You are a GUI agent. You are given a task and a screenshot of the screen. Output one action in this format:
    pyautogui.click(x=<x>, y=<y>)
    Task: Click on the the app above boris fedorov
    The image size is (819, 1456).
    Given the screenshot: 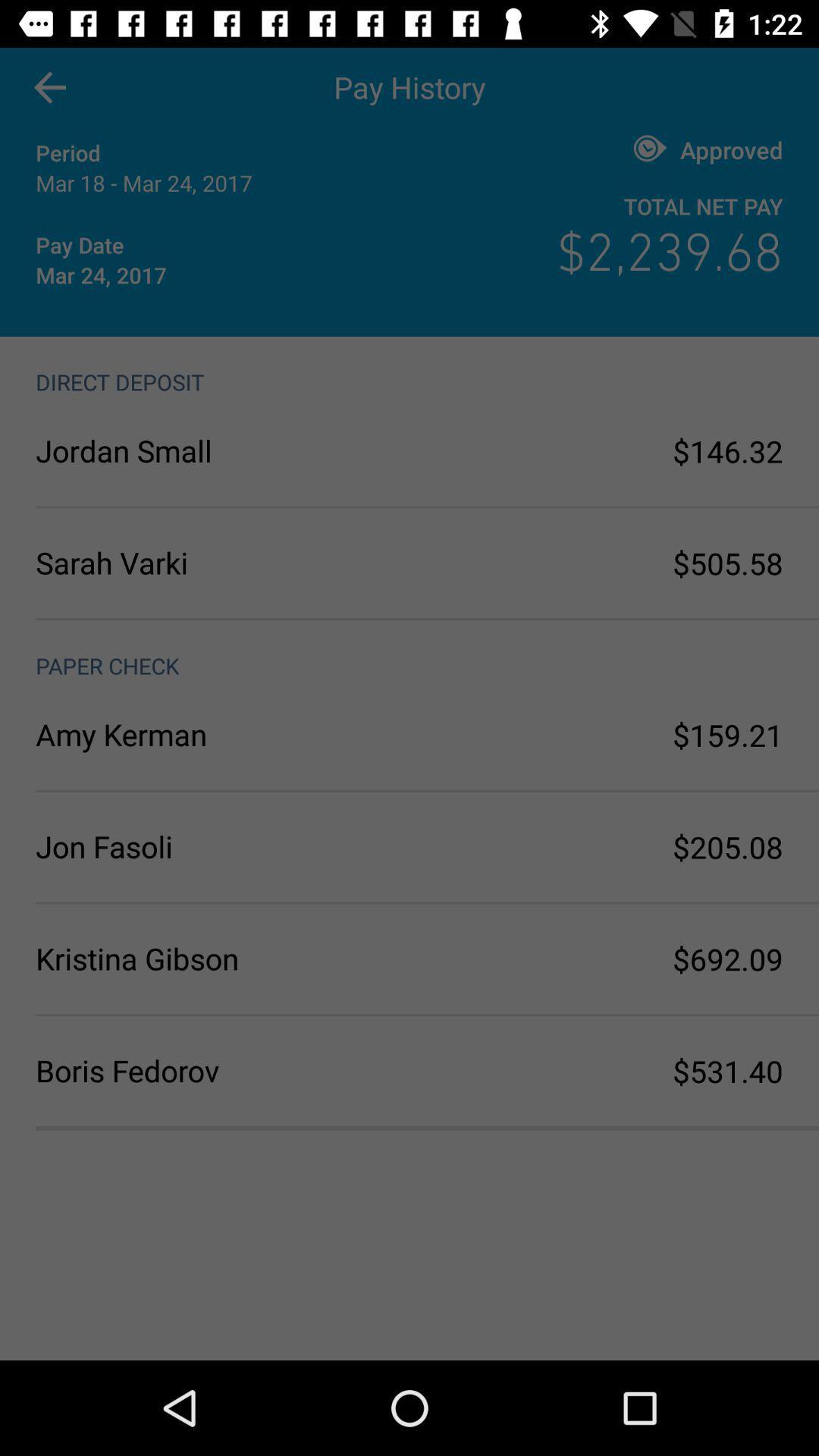 What is the action you would take?
    pyautogui.click(x=222, y=958)
    